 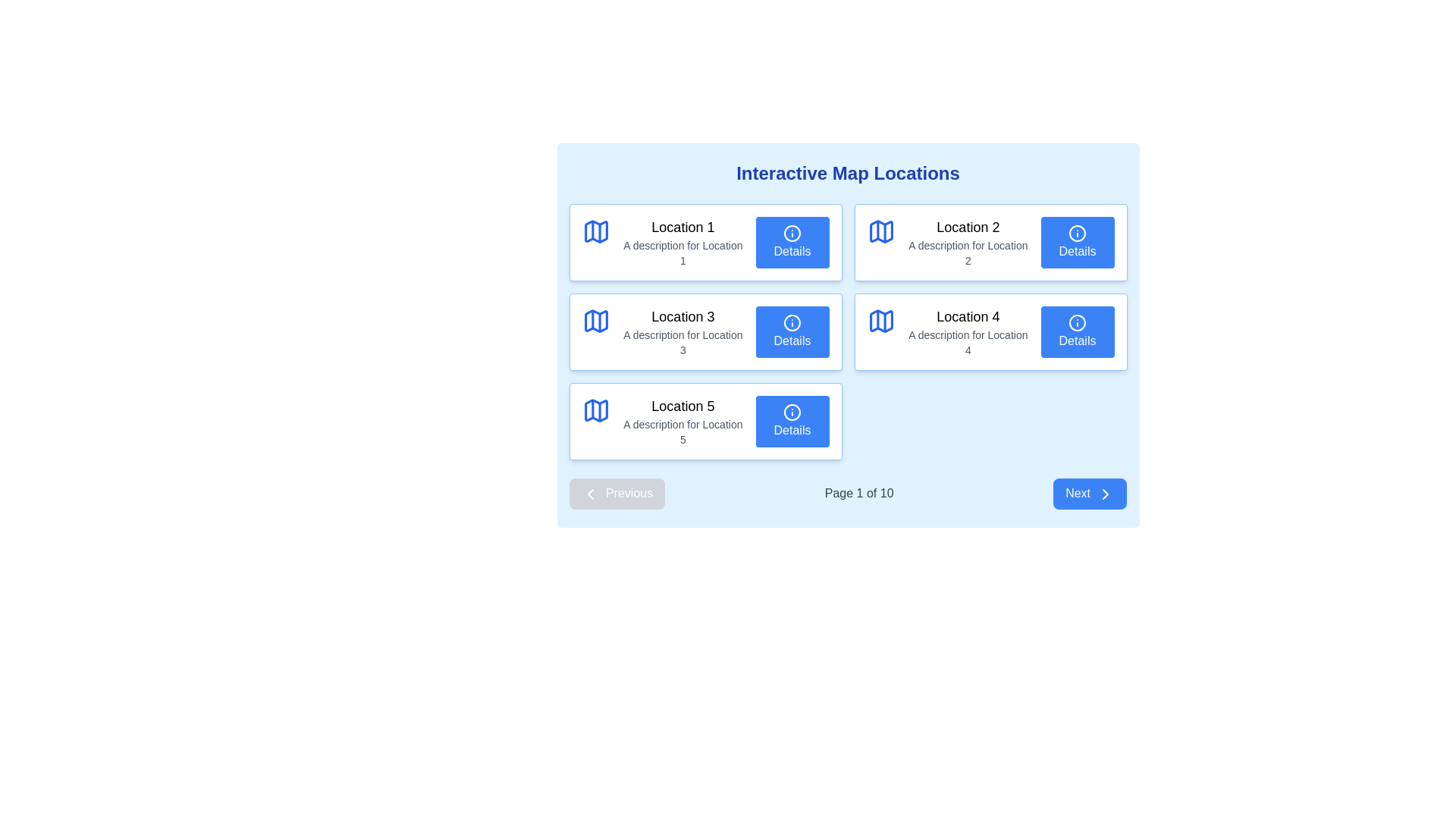 I want to click on the blue map icon located in the fourth position of the main layout grid, above the text 'Location 4' and adjacent to the 'Details' button, so click(x=881, y=321).